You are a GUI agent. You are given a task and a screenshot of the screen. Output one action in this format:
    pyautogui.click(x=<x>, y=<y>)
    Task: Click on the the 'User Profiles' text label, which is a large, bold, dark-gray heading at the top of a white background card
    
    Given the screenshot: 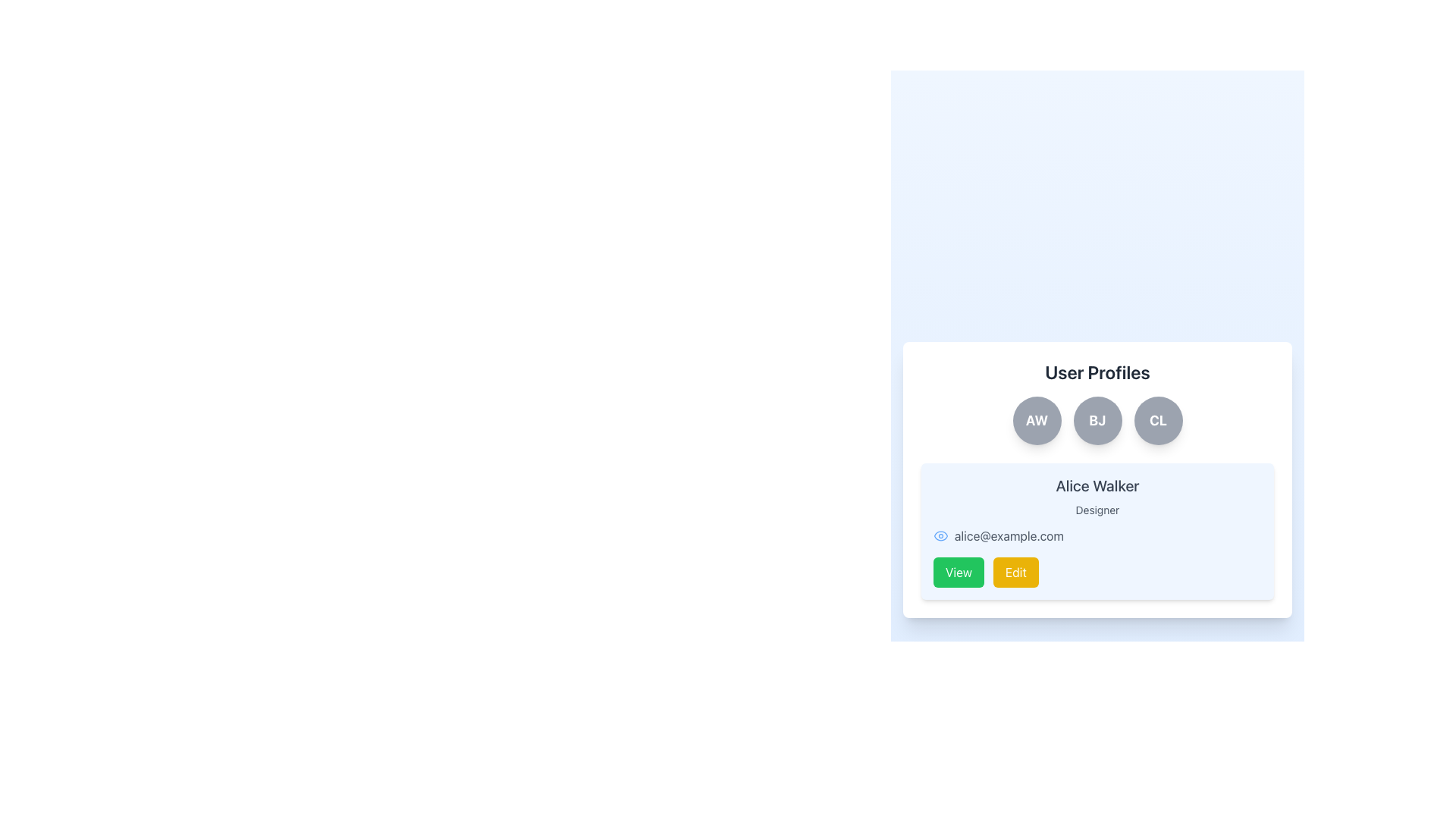 What is the action you would take?
    pyautogui.click(x=1097, y=372)
    